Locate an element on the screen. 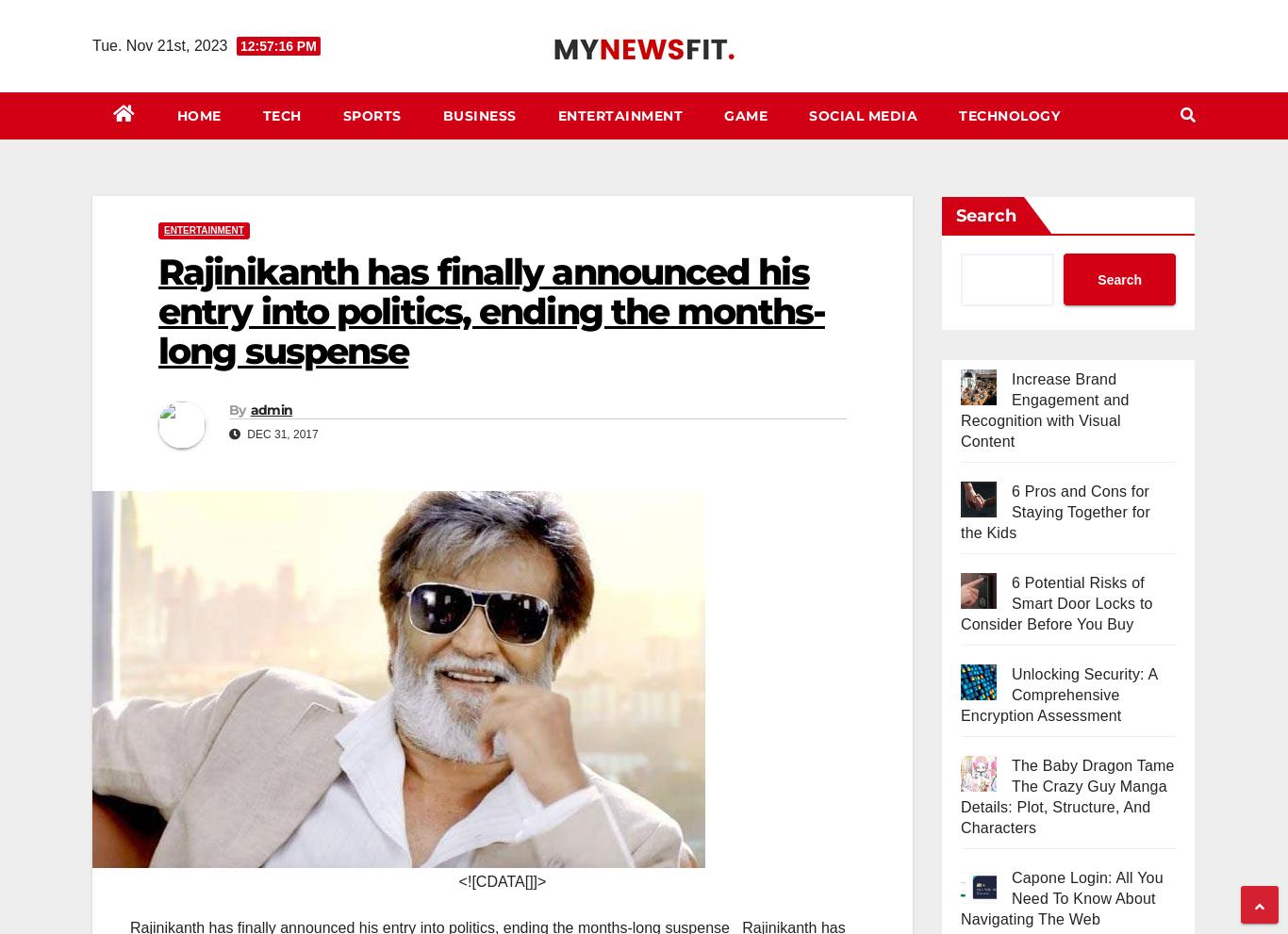 The height and width of the screenshot is (934, 1288). 'admin' is located at coordinates (271, 408).